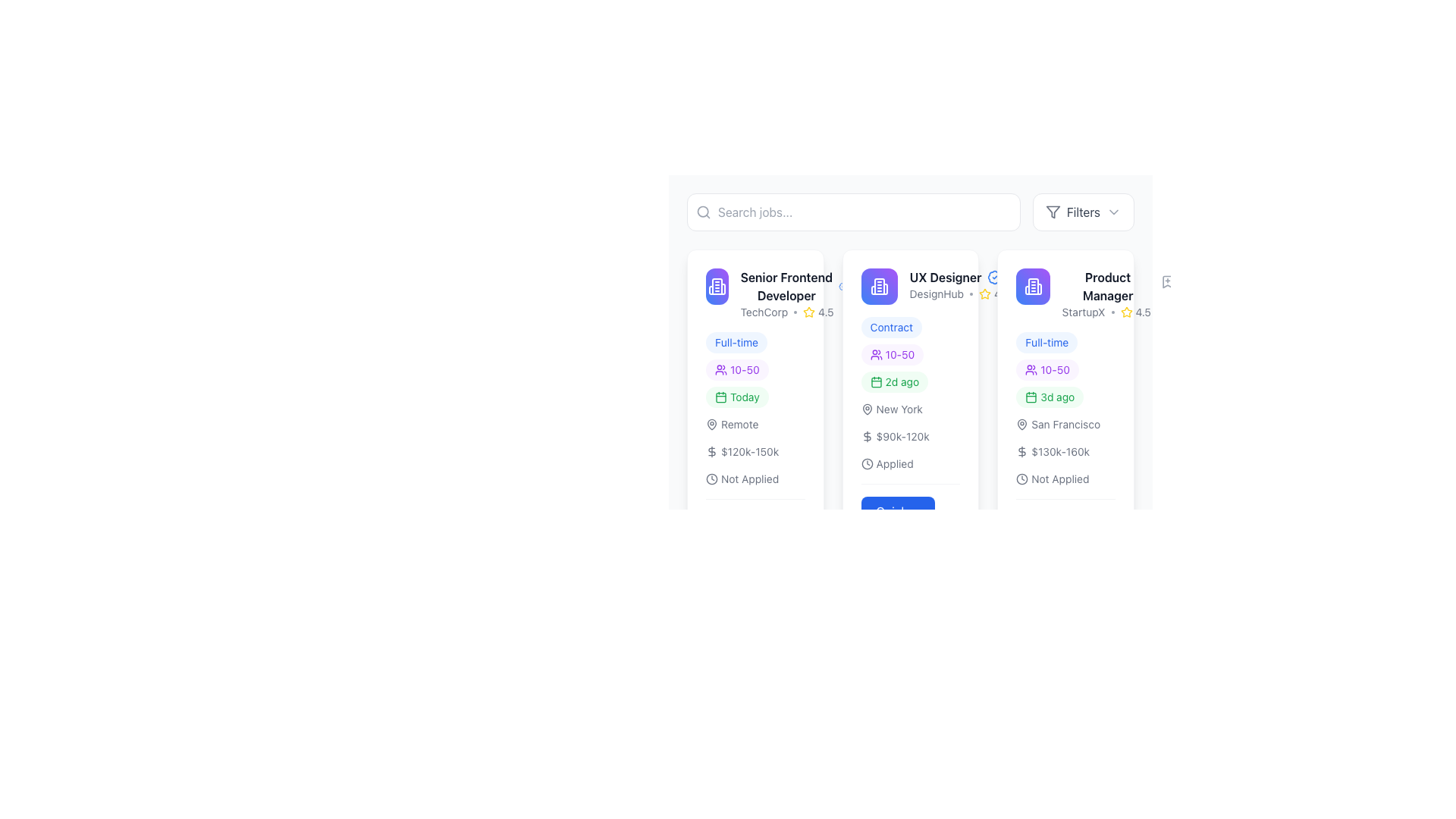  Describe the element at coordinates (959, 278) in the screenshot. I see `the 'UX Designer' job title element with a blue checkmark icon, located in the second card of the job listing, positioned at the top below the job category icon` at that location.